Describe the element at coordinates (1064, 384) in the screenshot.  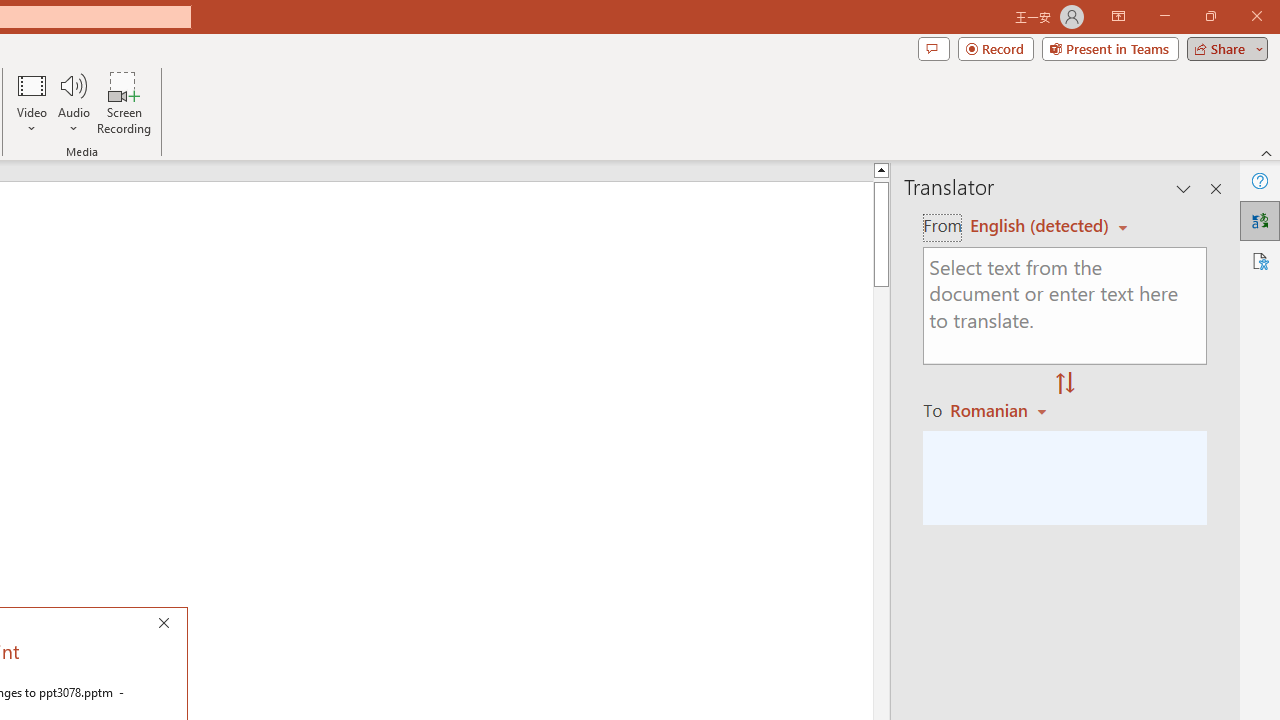
I see `'Swap "from" and "to" languages.'` at that location.